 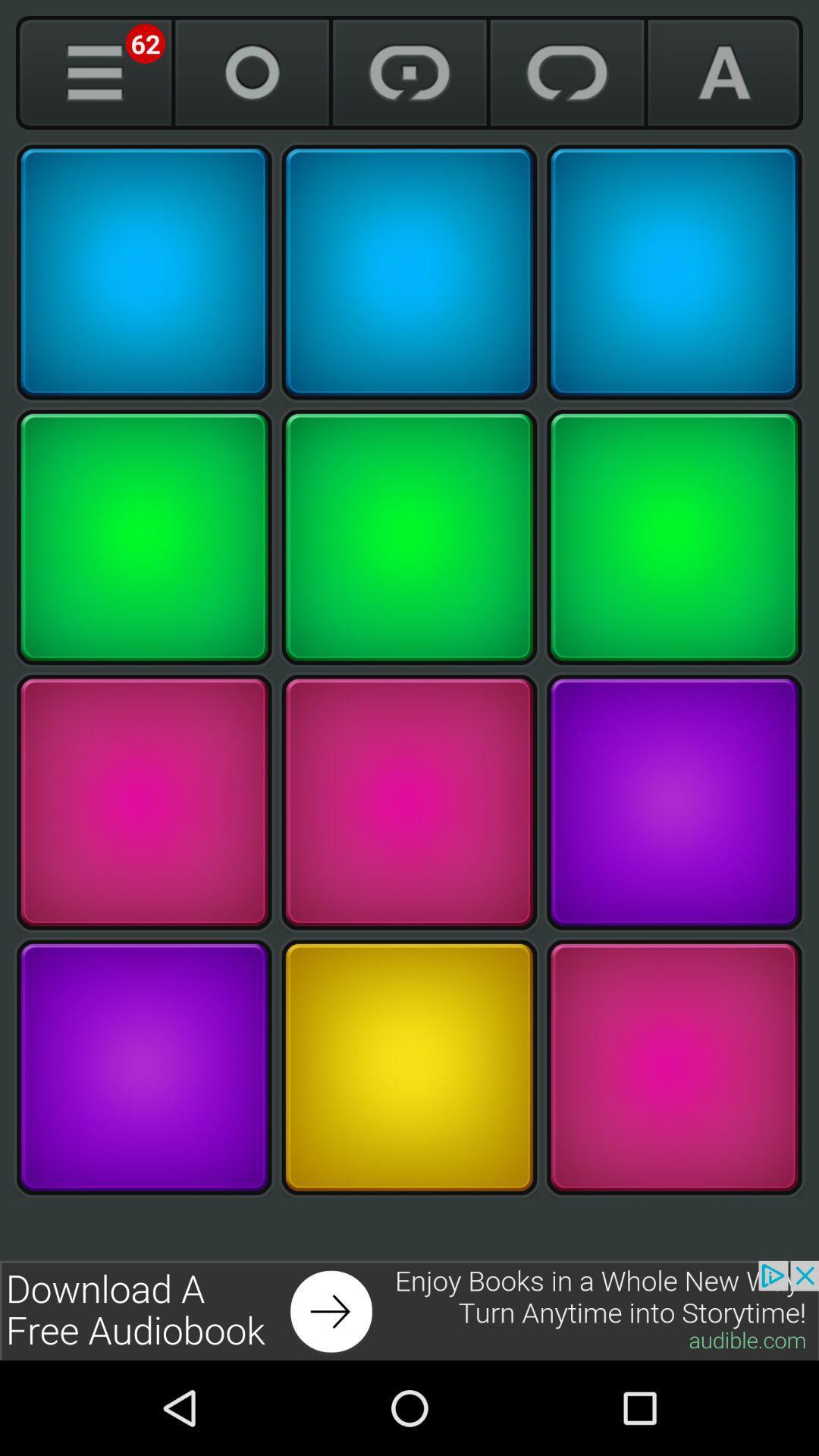 What do you see at coordinates (144, 802) in the screenshot?
I see `tap button` at bounding box center [144, 802].